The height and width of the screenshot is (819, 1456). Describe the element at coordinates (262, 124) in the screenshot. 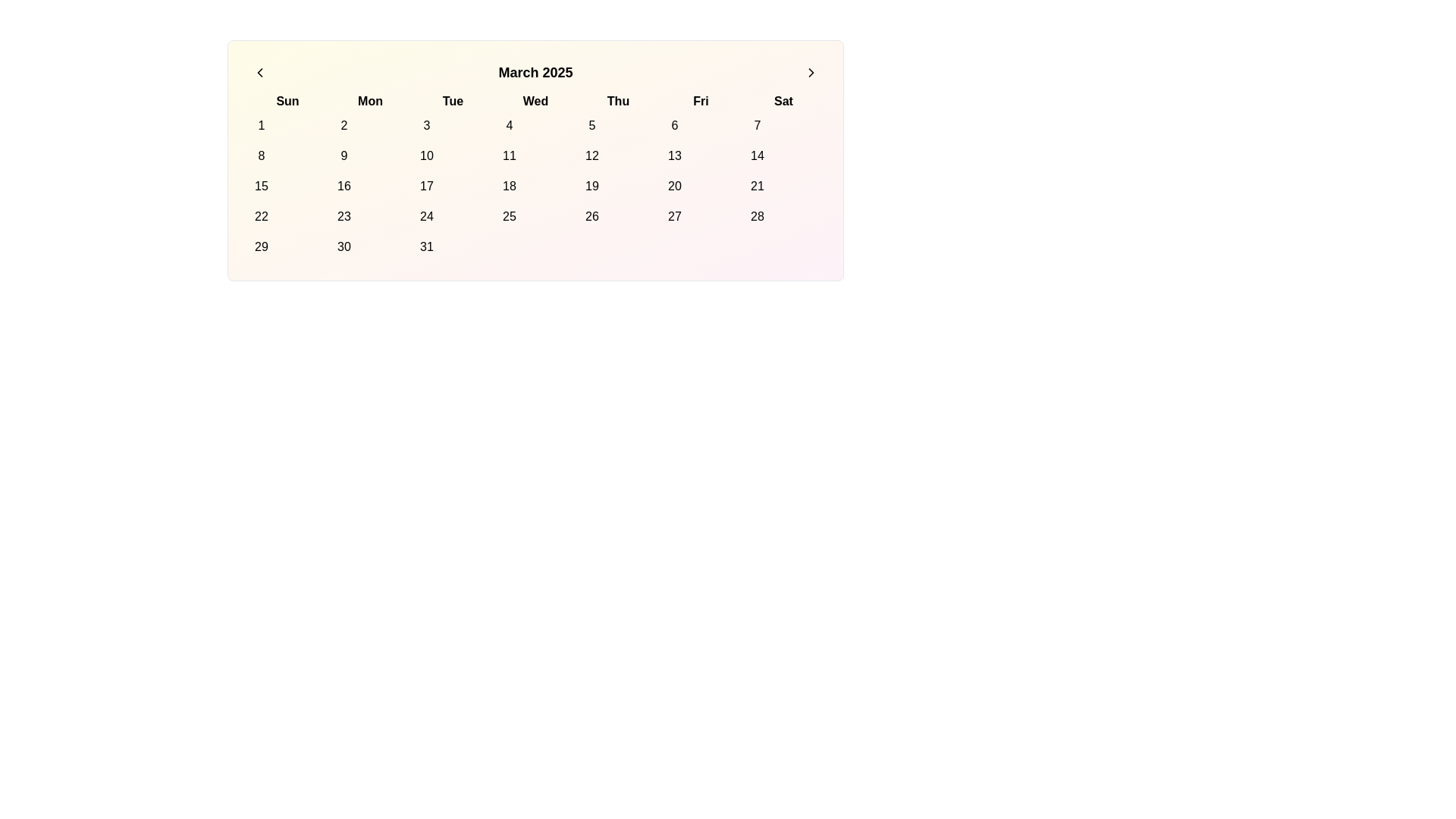

I see `the button displaying the number '1' in the upper-left corner of the calendar grid under the header 'Sun'` at that location.